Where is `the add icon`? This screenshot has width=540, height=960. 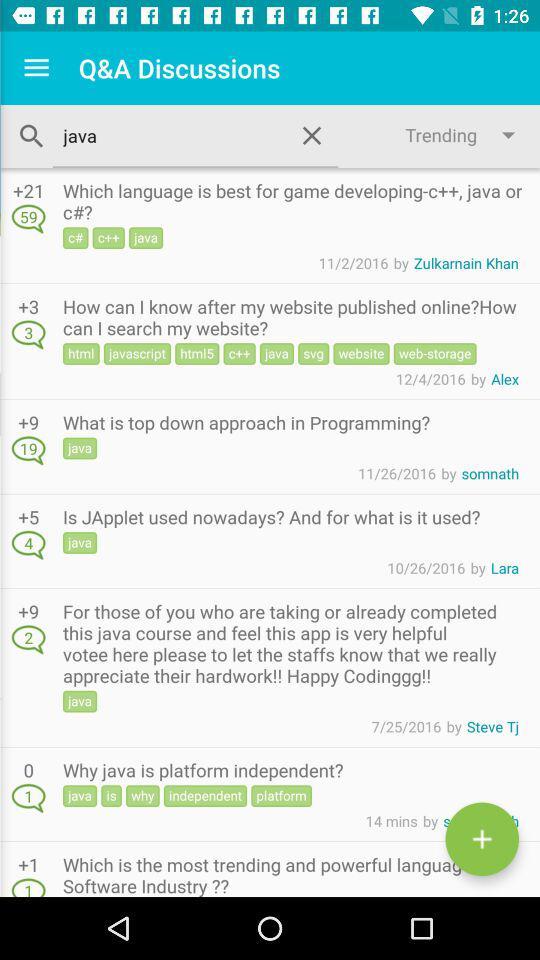 the add icon is located at coordinates (481, 839).